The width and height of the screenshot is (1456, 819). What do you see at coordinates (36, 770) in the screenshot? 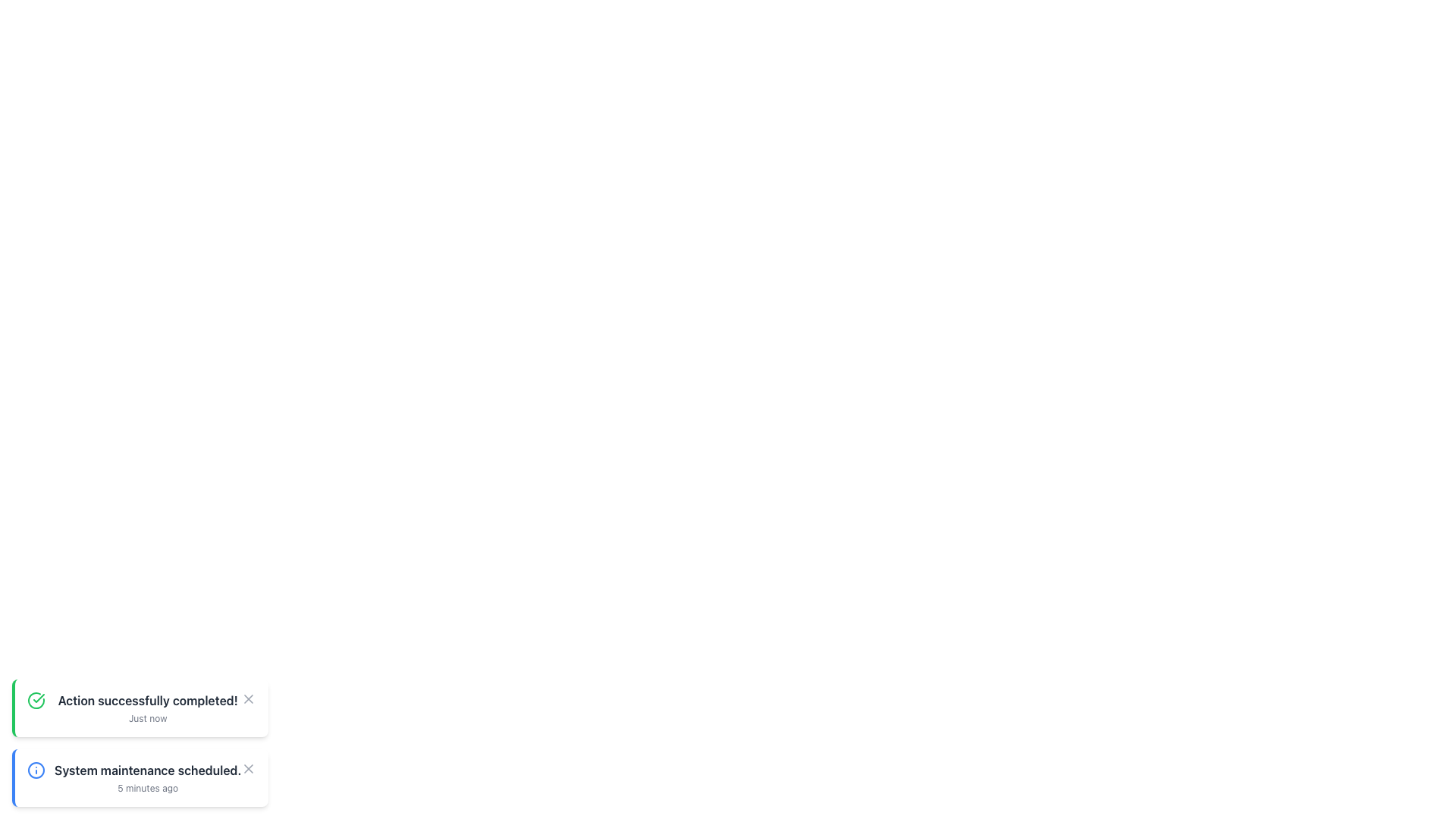
I see `the notification icon located at the top-left corner of the card containing the message 'System maintenance scheduled.'` at bounding box center [36, 770].